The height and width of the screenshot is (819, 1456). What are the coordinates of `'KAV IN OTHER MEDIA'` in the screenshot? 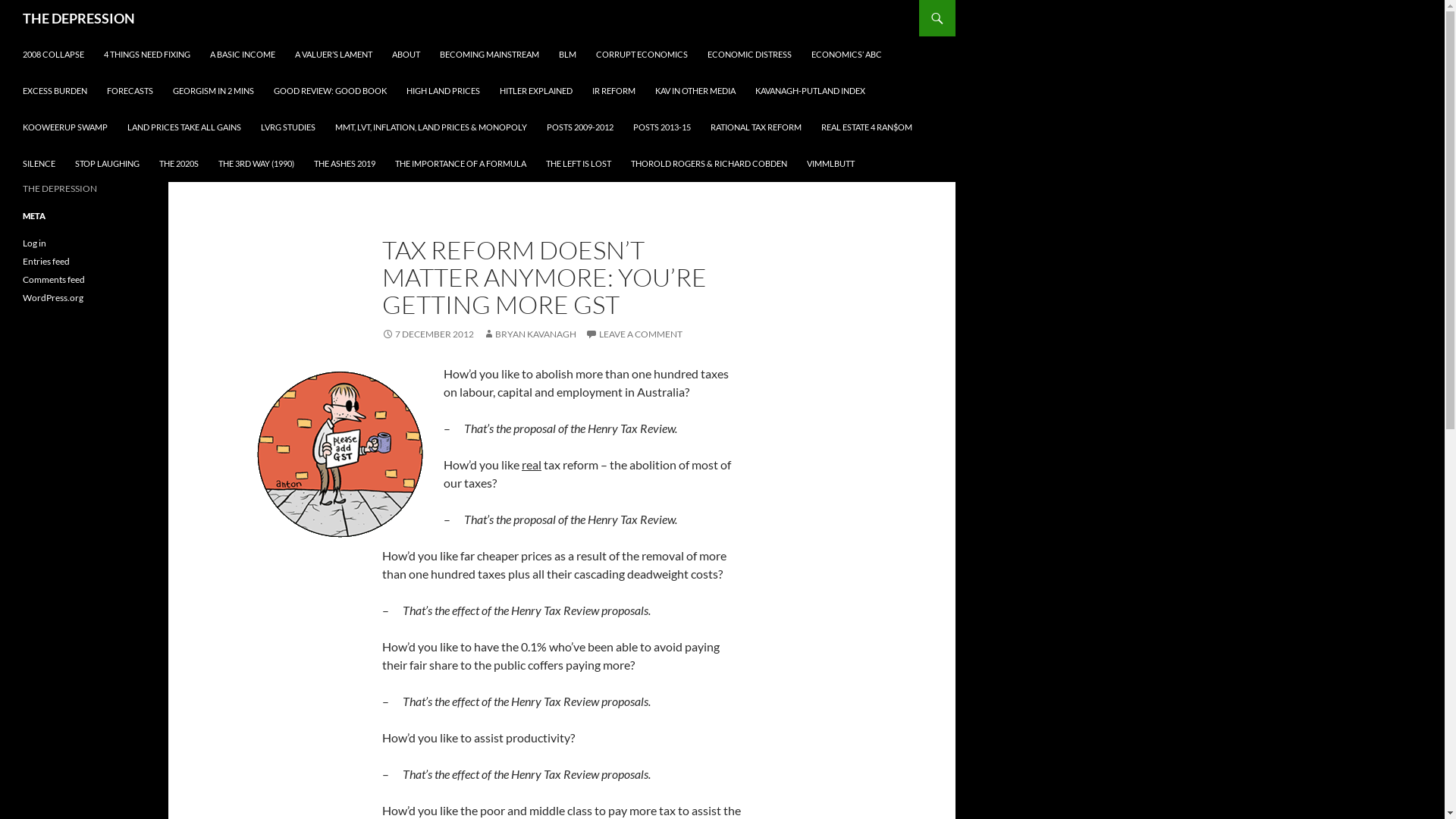 It's located at (694, 90).